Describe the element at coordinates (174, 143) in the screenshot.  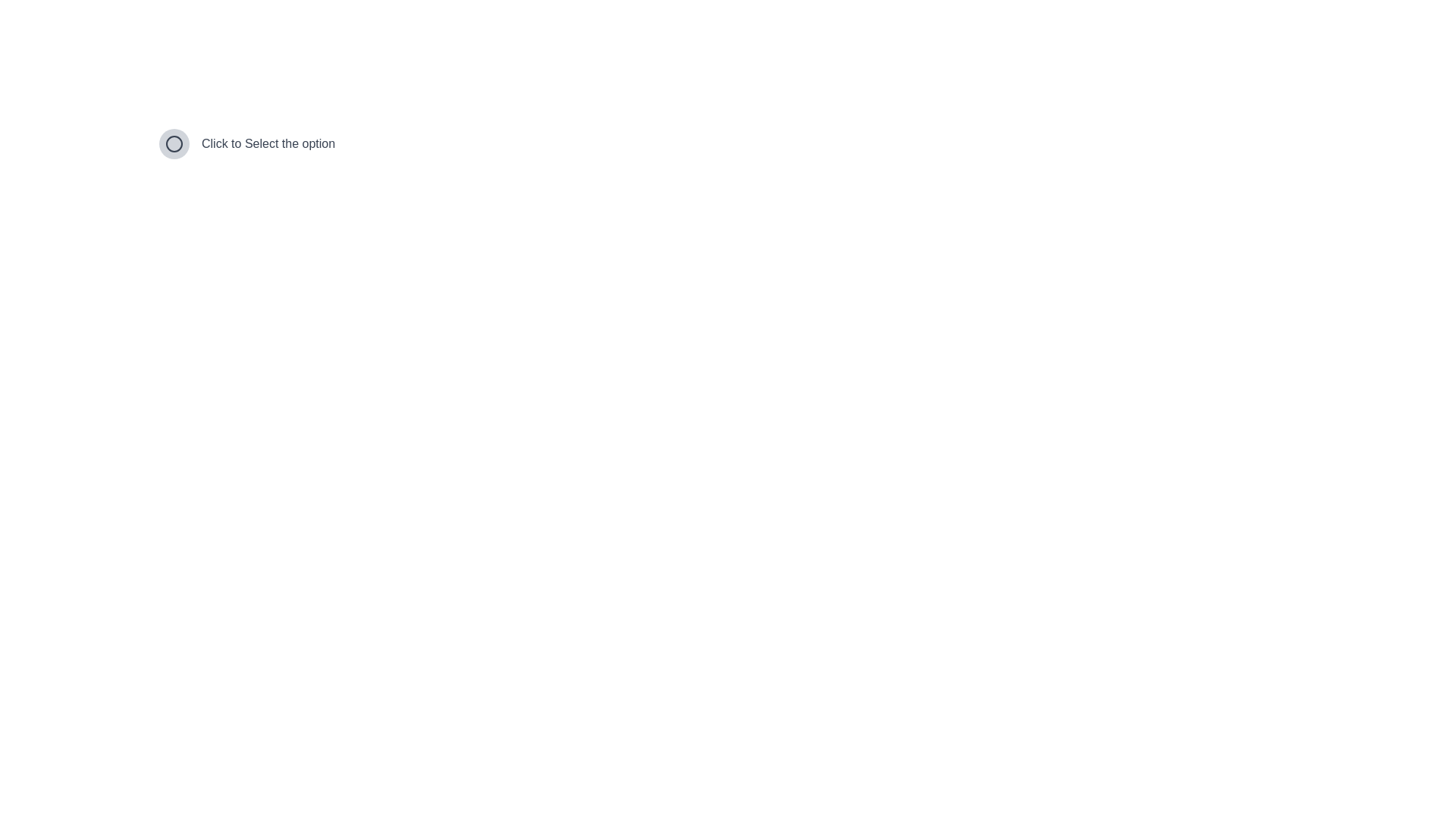
I see `circular button to toggle the checkbox` at that location.